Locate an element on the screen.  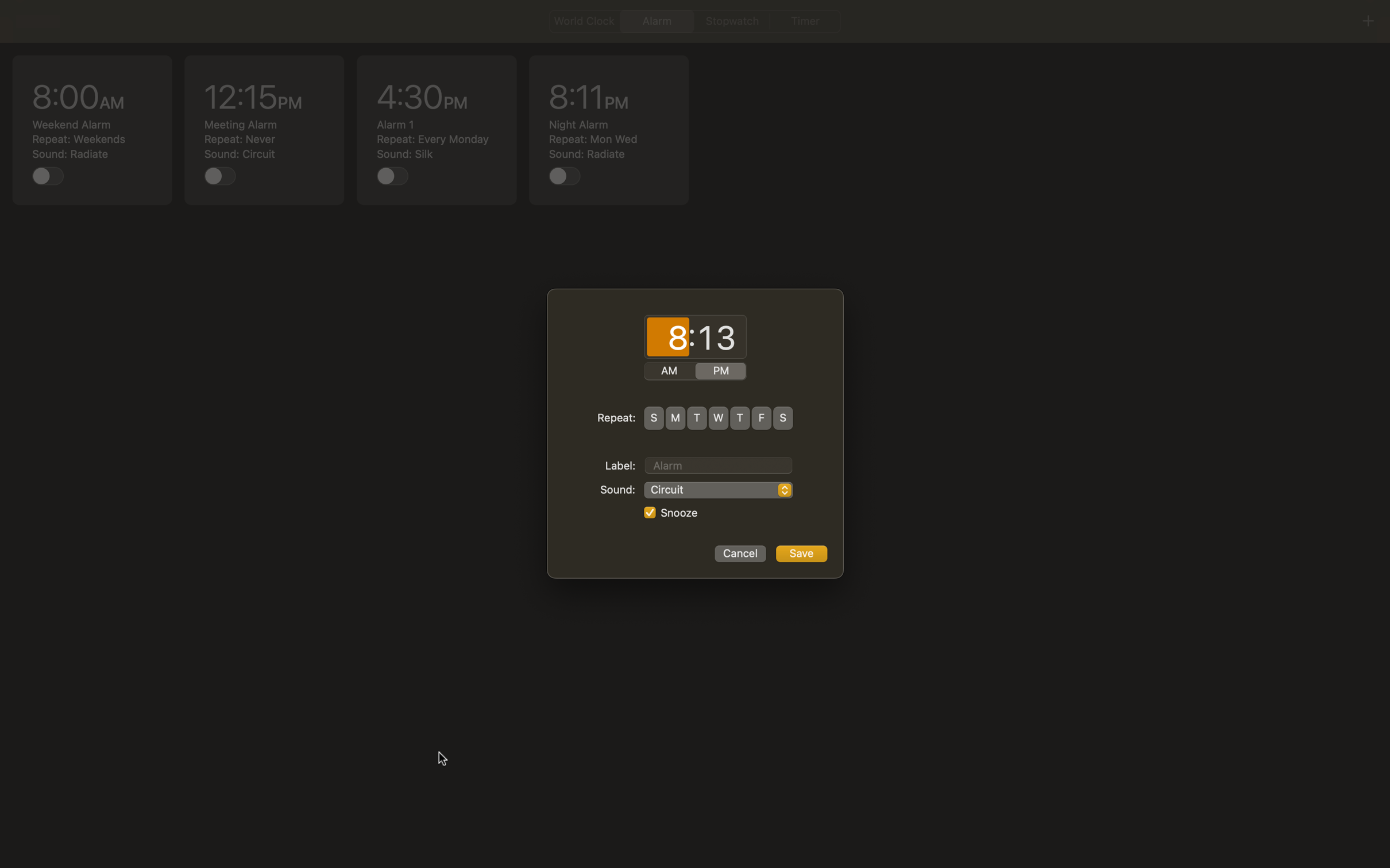
hours as 2 and minutes as 00 is located at coordinates (667, 338).